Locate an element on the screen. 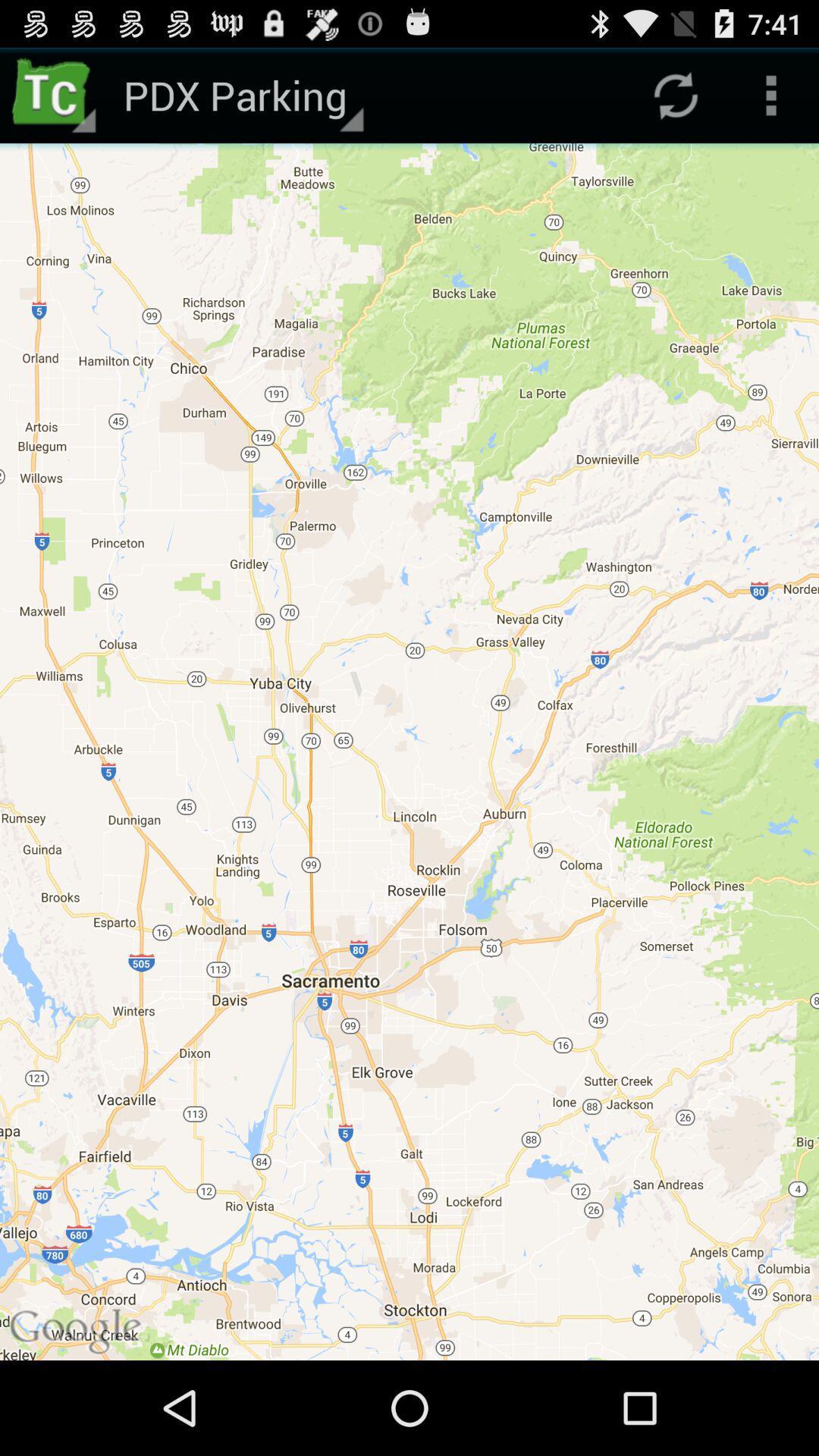  the item to the left of the pdx parking is located at coordinates (55, 94).